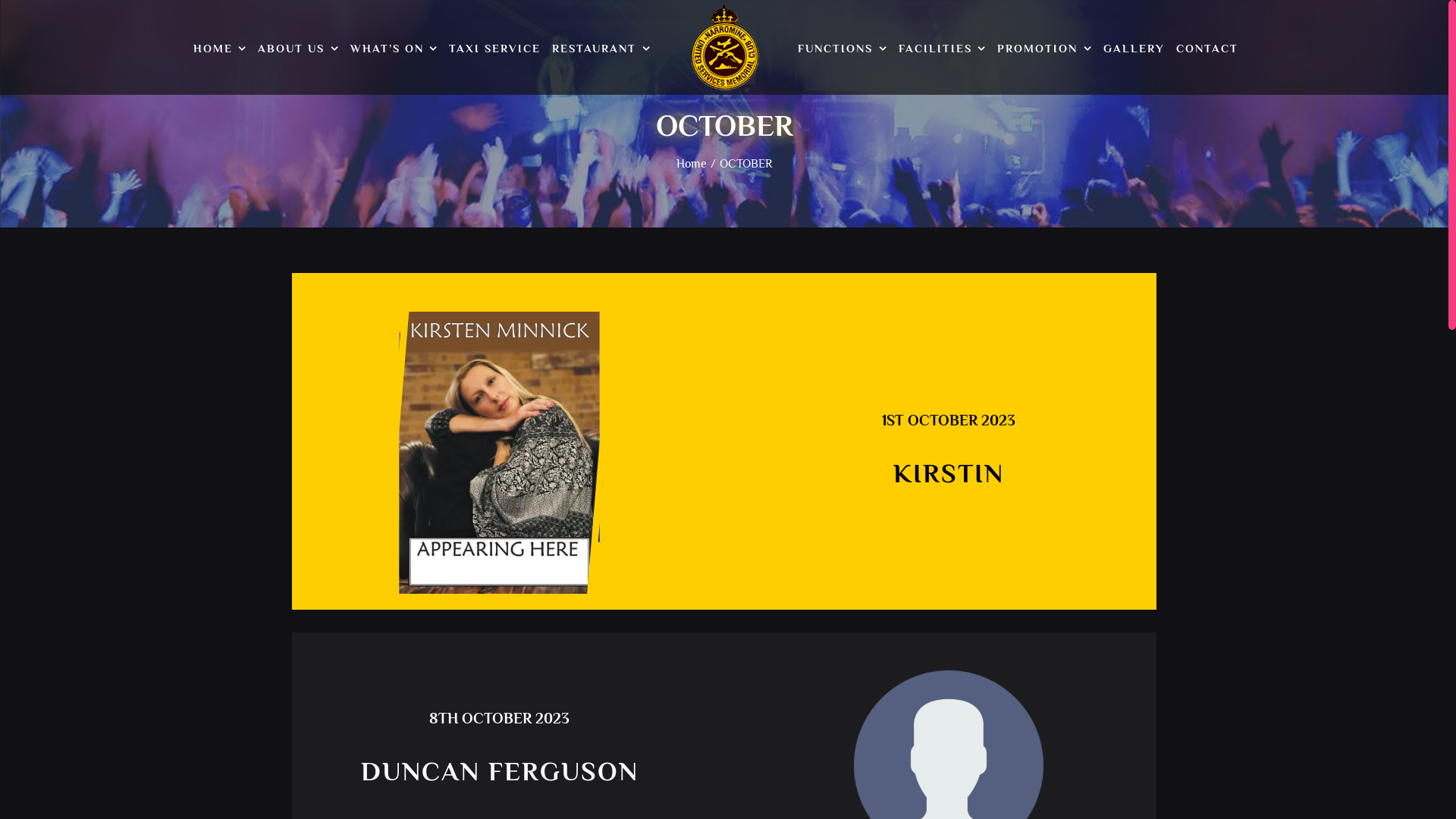 This screenshot has height=819, width=1456. What do you see at coordinates (298, 49) in the screenshot?
I see `'ABOUT US'` at bounding box center [298, 49].